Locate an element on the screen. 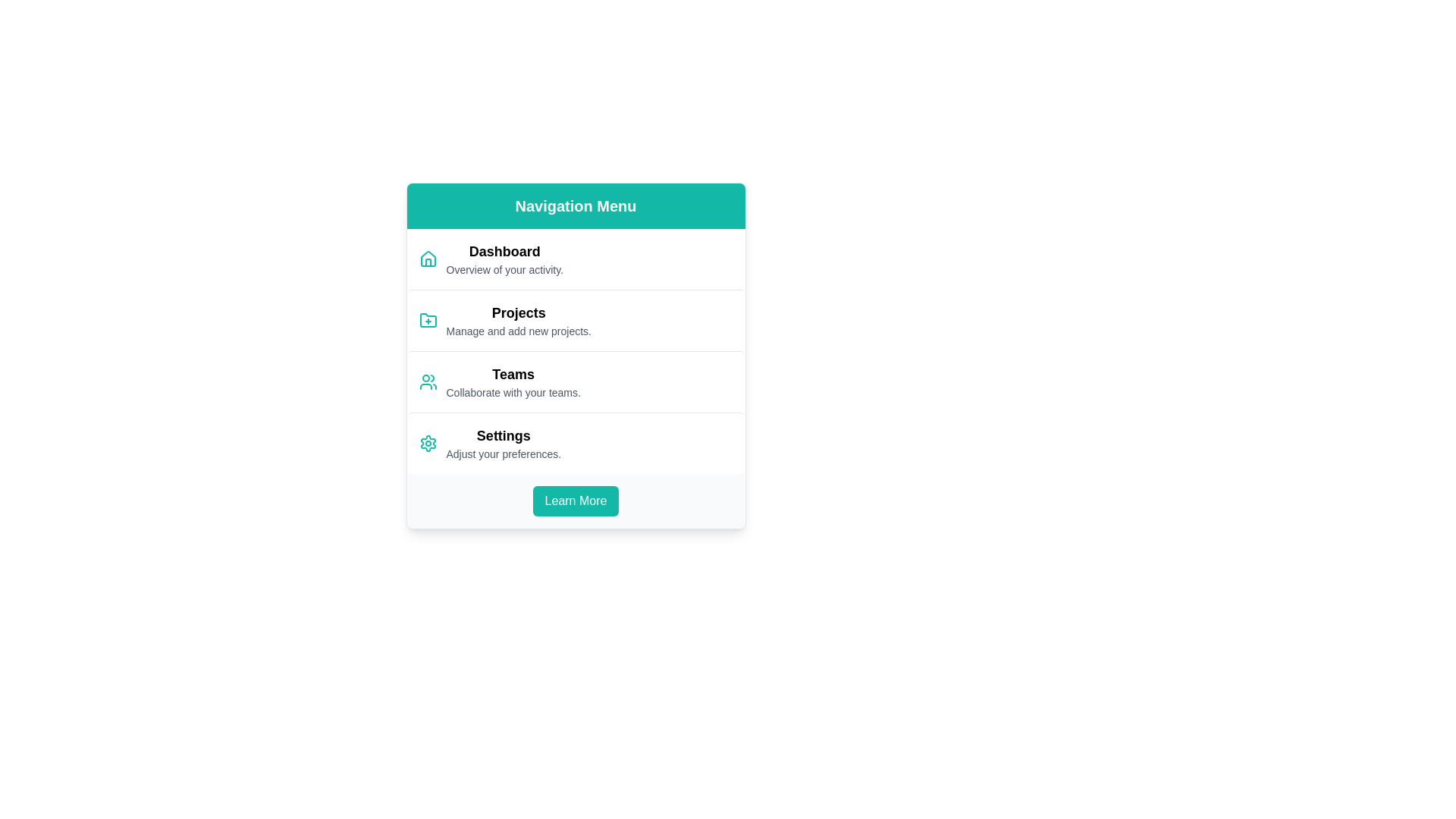 The width and height of the screenshot is (1456, 819). the 'Teams' section icon, which is located in the third section of the navigation menu, to the left of the label 'Teams' is located at coordinates (427, 381).